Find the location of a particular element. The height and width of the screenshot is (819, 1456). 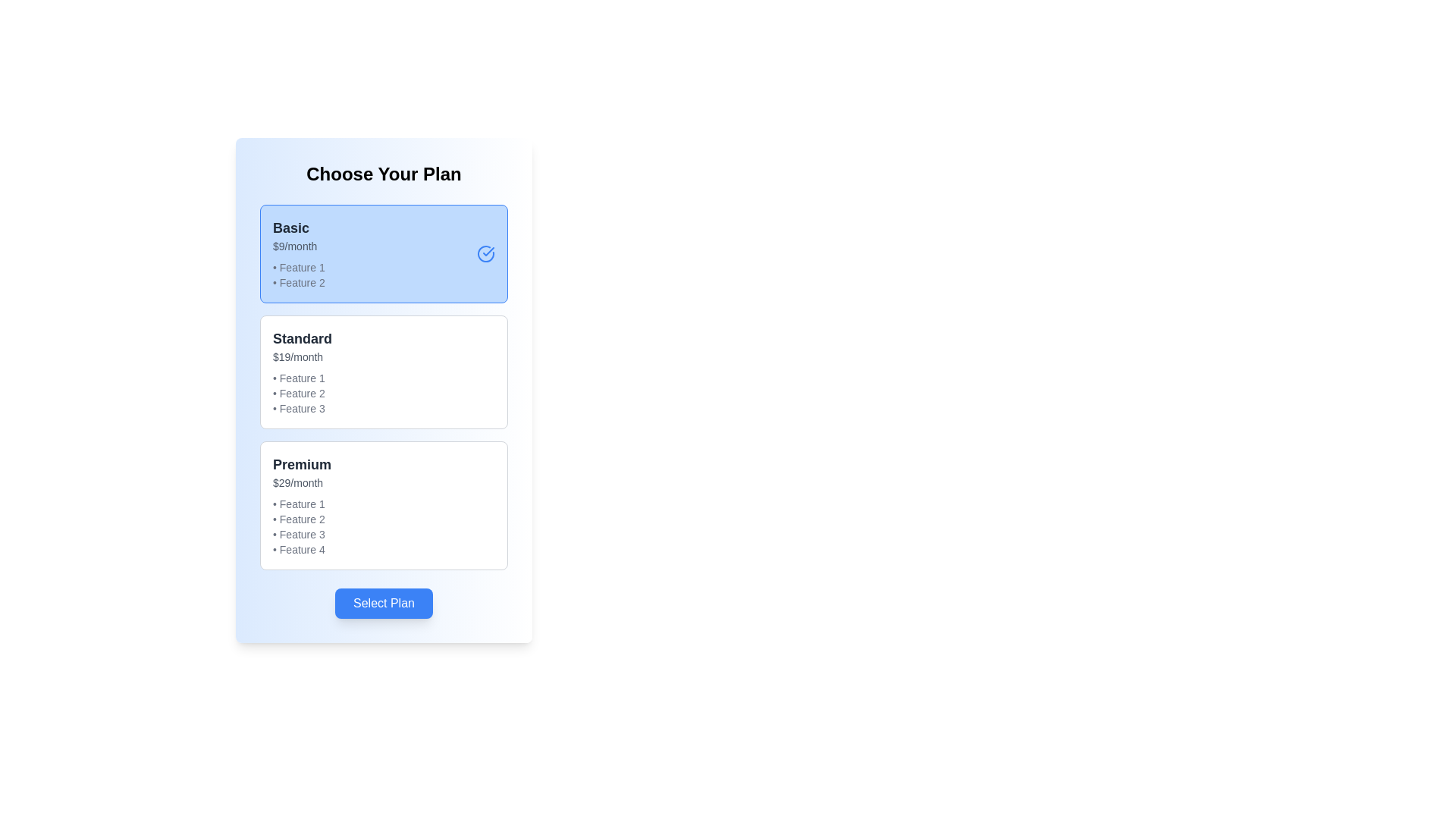

the text item displaying '• Feature 2', which is the second item in the list of features for the 'Premium' plan, styled in a small light gray font is located at coordinates (302, 519).